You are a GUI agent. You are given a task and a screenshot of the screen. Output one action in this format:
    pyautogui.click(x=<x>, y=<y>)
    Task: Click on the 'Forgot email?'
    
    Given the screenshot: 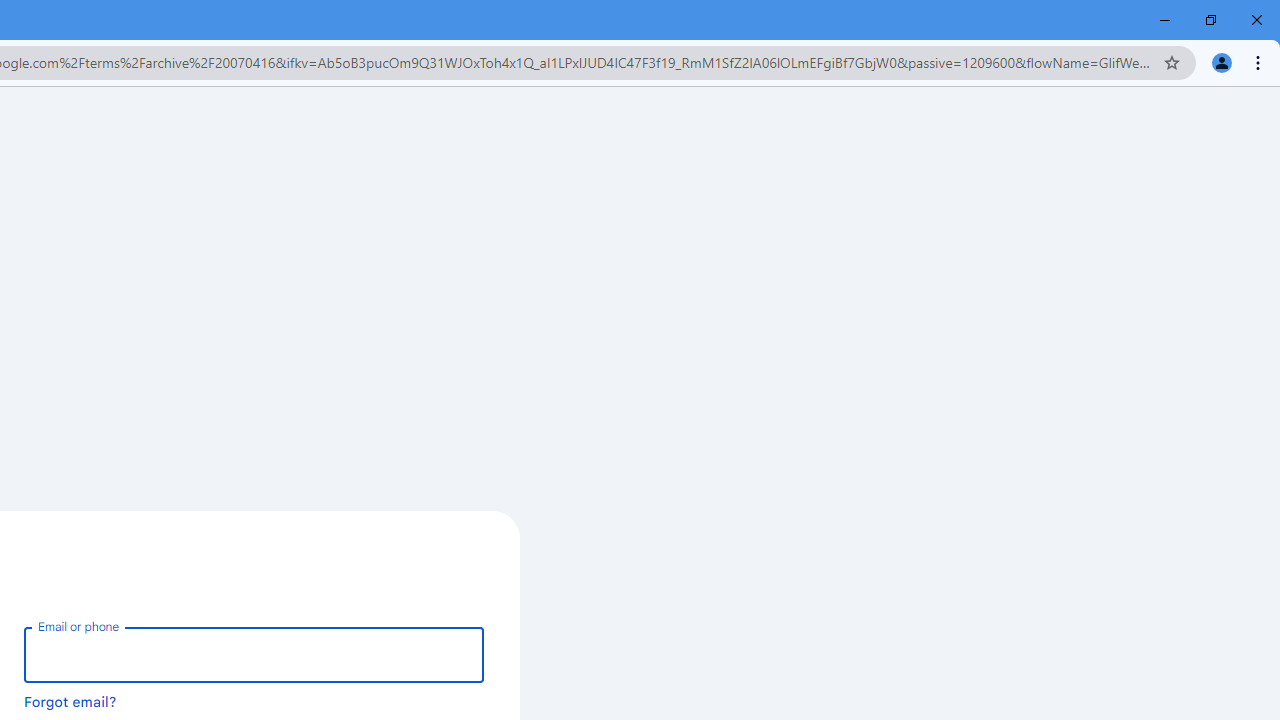 What is the action you would take?
    pyautogui.click(x=70, y=700)
    